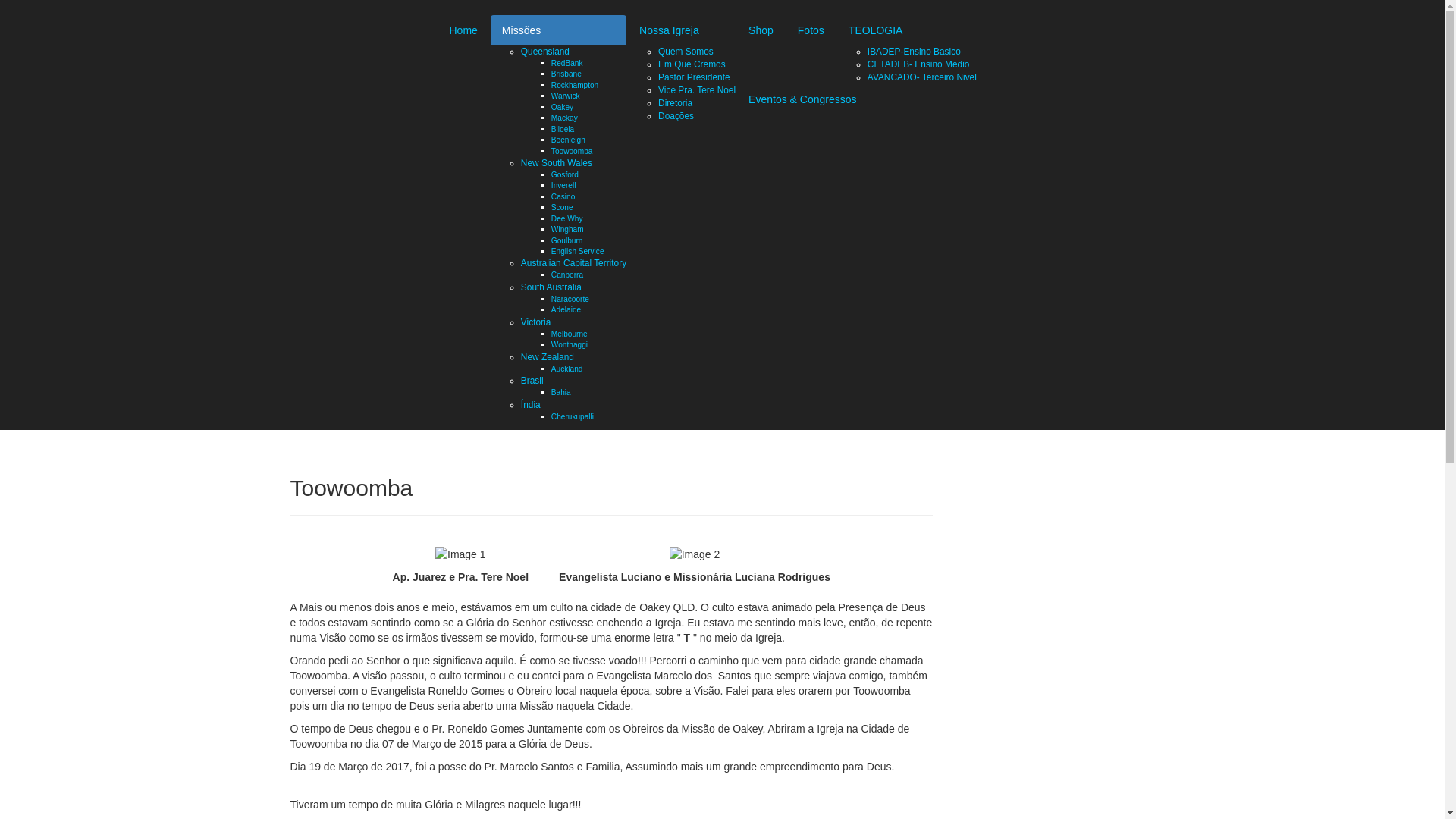 This screenshot has width=1456, height=819. I want to click on 'CETADEB- Ensino Medio', so click(867, 63).